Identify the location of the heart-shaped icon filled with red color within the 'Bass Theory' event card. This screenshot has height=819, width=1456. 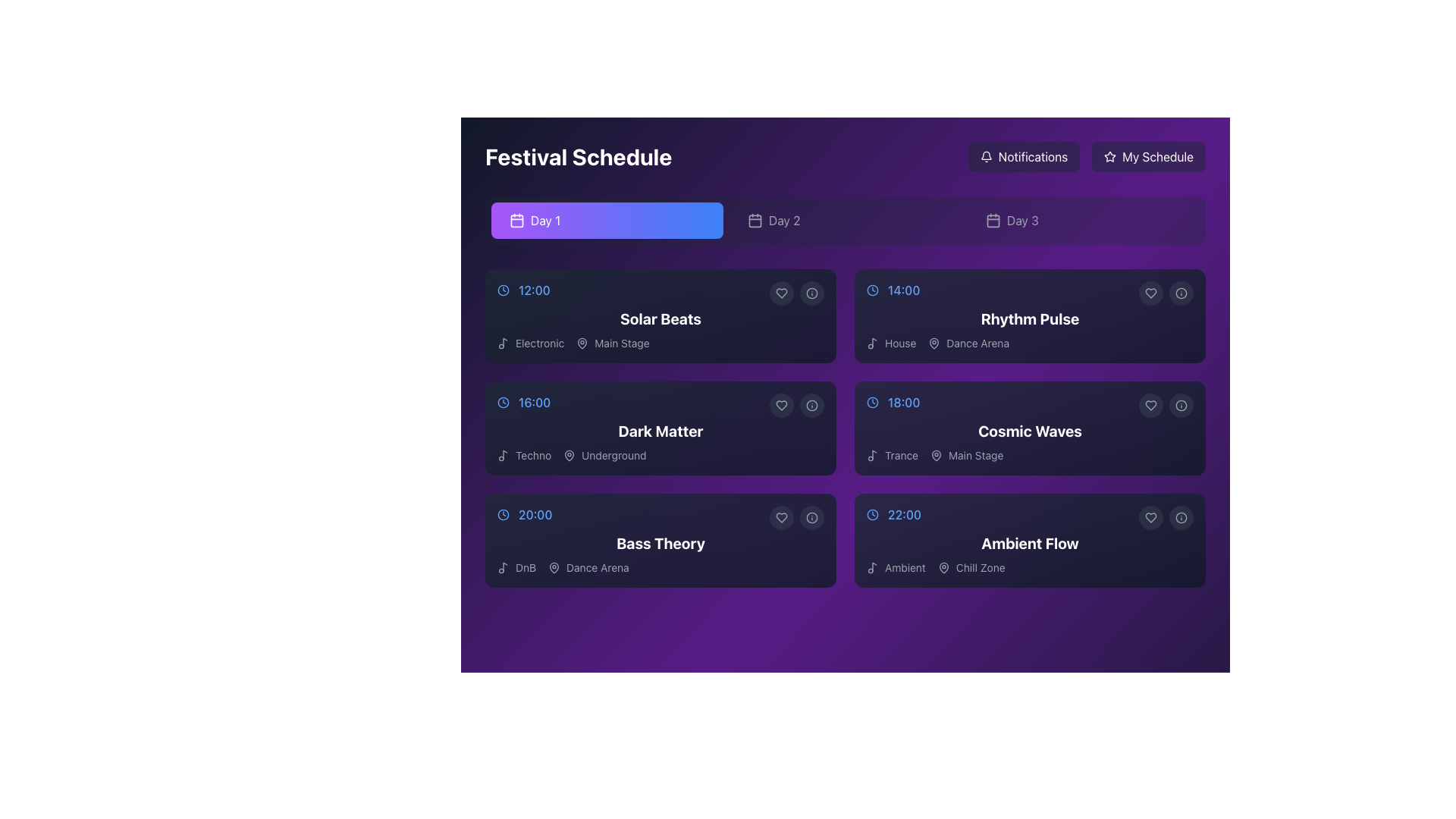
(782, 516).